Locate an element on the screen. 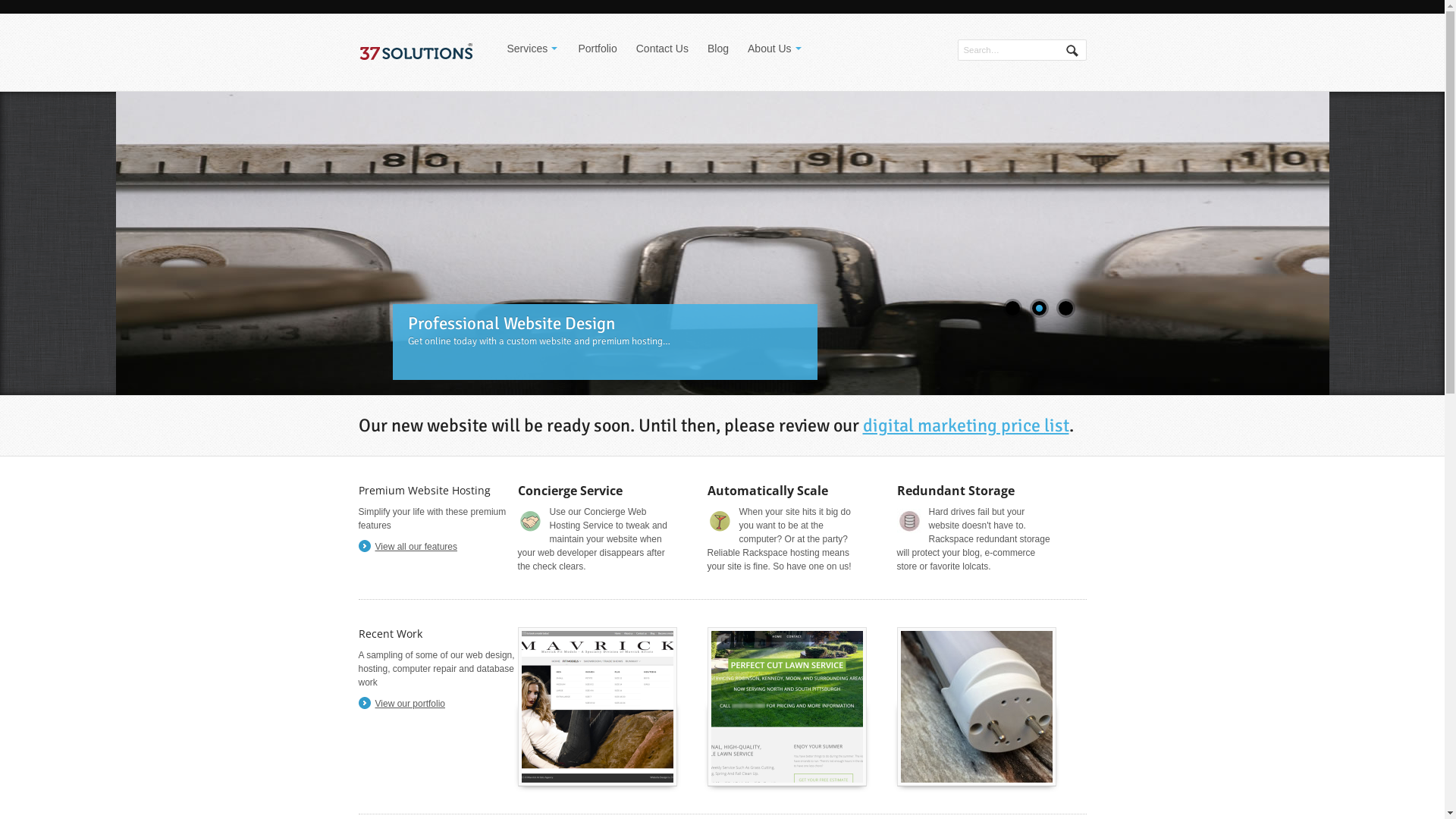 The width and height of the screenshot is (1456, 819). 'Blog' is located at coordinates (717, 49).